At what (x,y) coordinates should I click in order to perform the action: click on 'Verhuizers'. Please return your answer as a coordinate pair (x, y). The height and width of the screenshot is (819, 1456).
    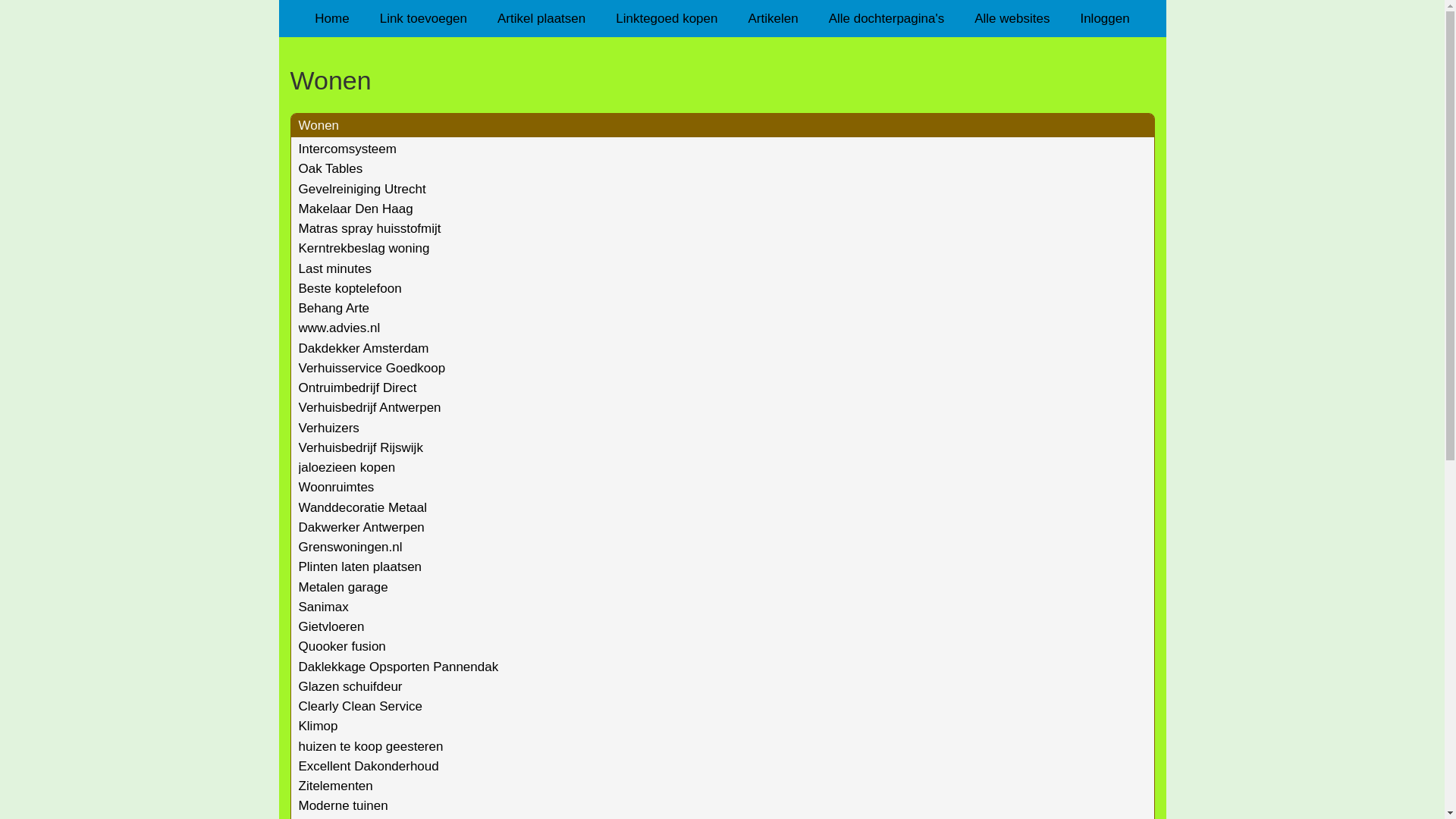
    Looking at the image, I should click on (328, 428).